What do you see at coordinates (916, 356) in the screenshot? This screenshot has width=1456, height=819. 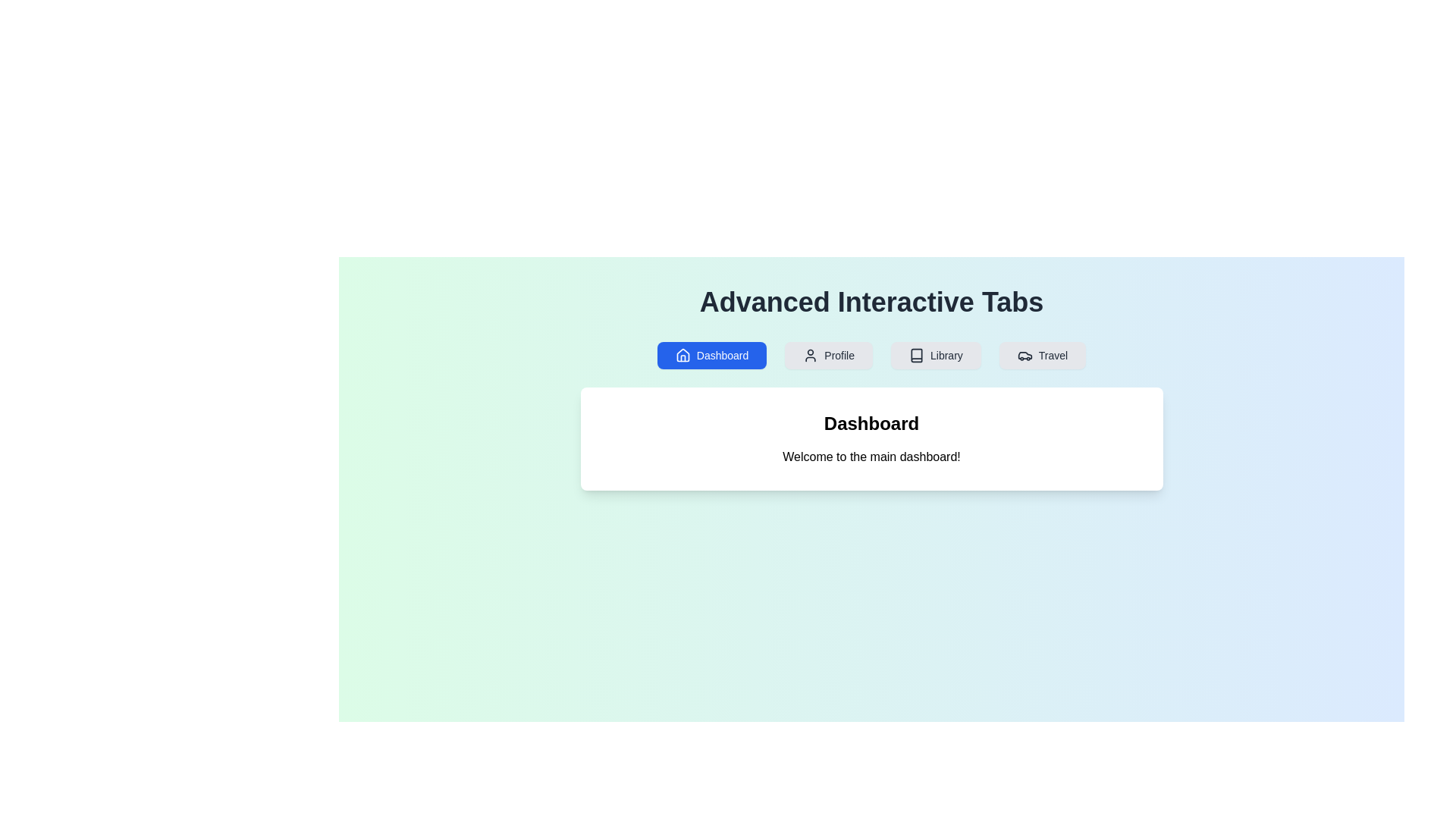 I see `properties of the stylized book icon located in the third tab labeled 'Library' within the navigation bar` at bounding box center [916, 356].